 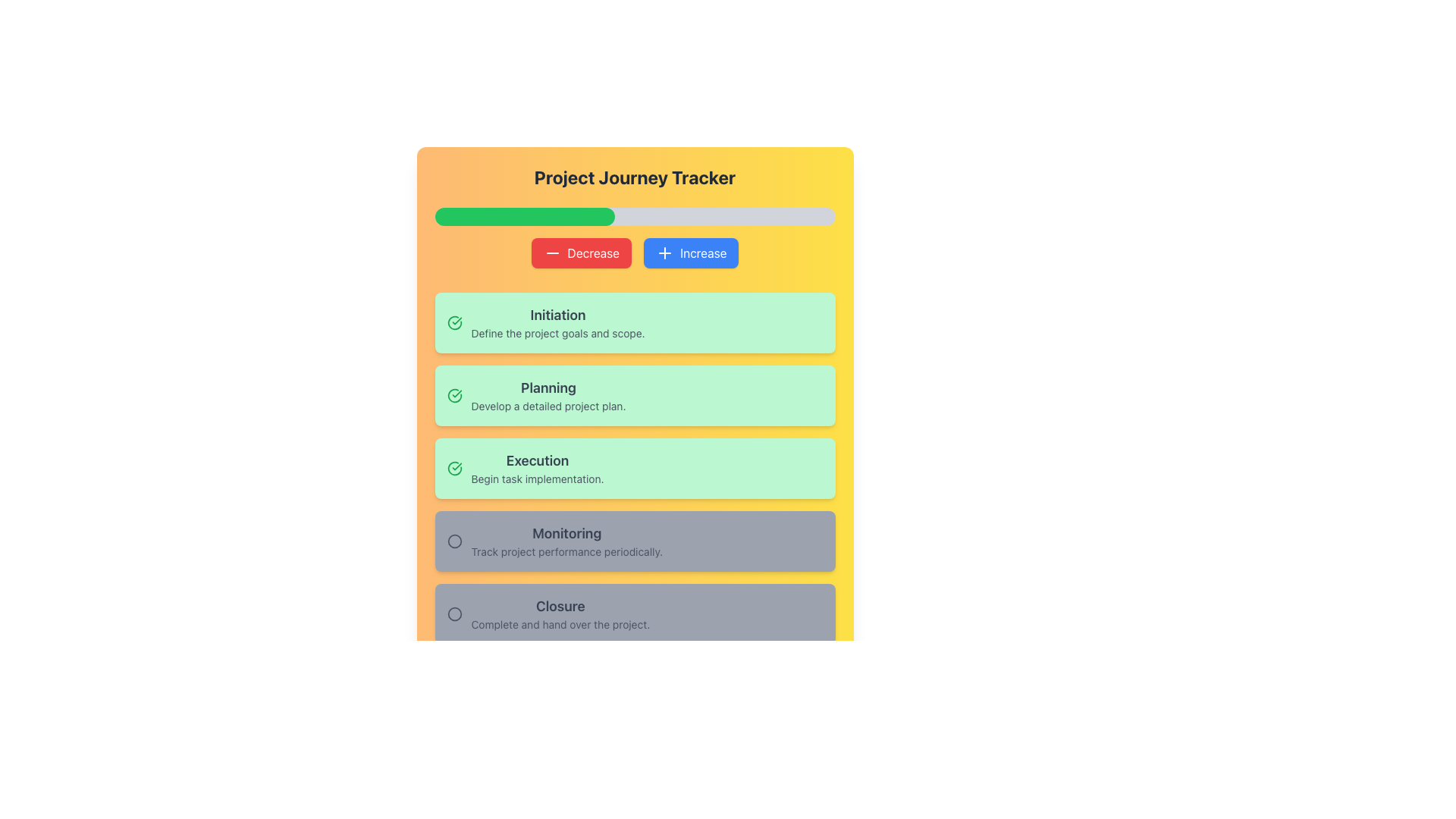 I want to click on the completion icon located adjacent to the text 'Planning' in the project journey tracker interface, so click(x=453, y=394).